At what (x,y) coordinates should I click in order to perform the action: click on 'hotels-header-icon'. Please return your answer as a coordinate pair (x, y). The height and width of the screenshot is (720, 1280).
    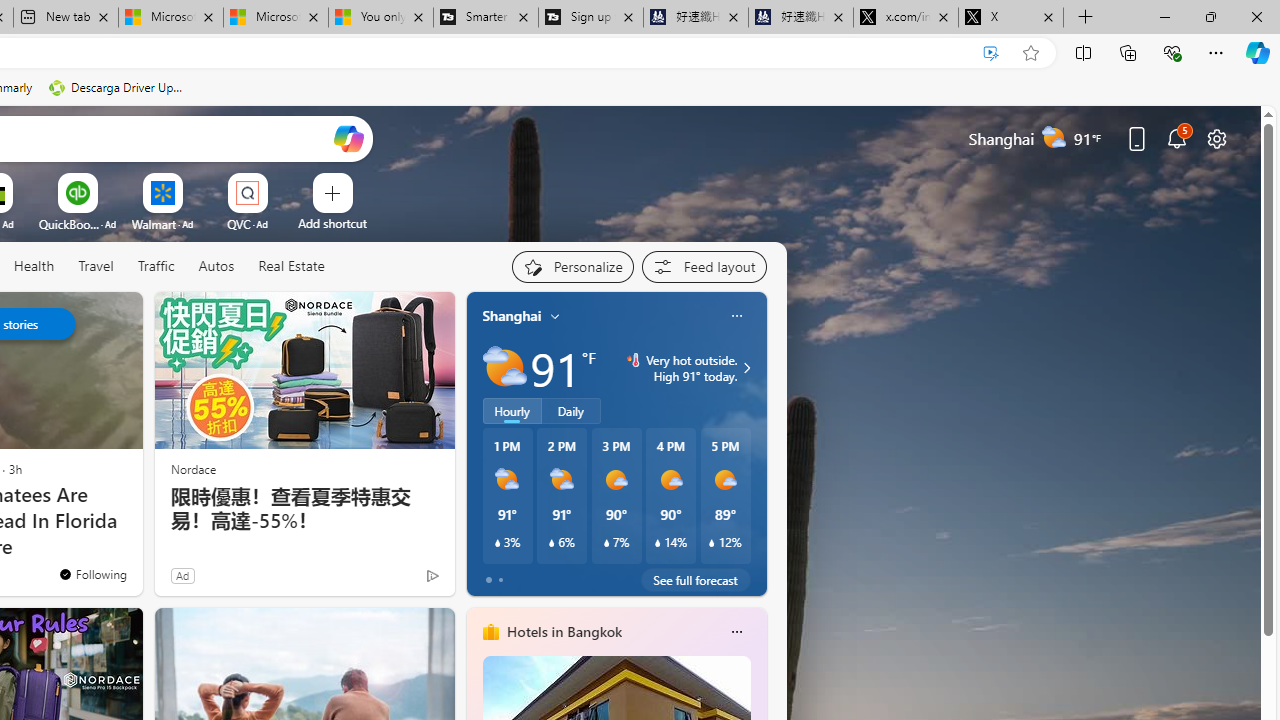
    Looking at the image, I should click on (490, 632).